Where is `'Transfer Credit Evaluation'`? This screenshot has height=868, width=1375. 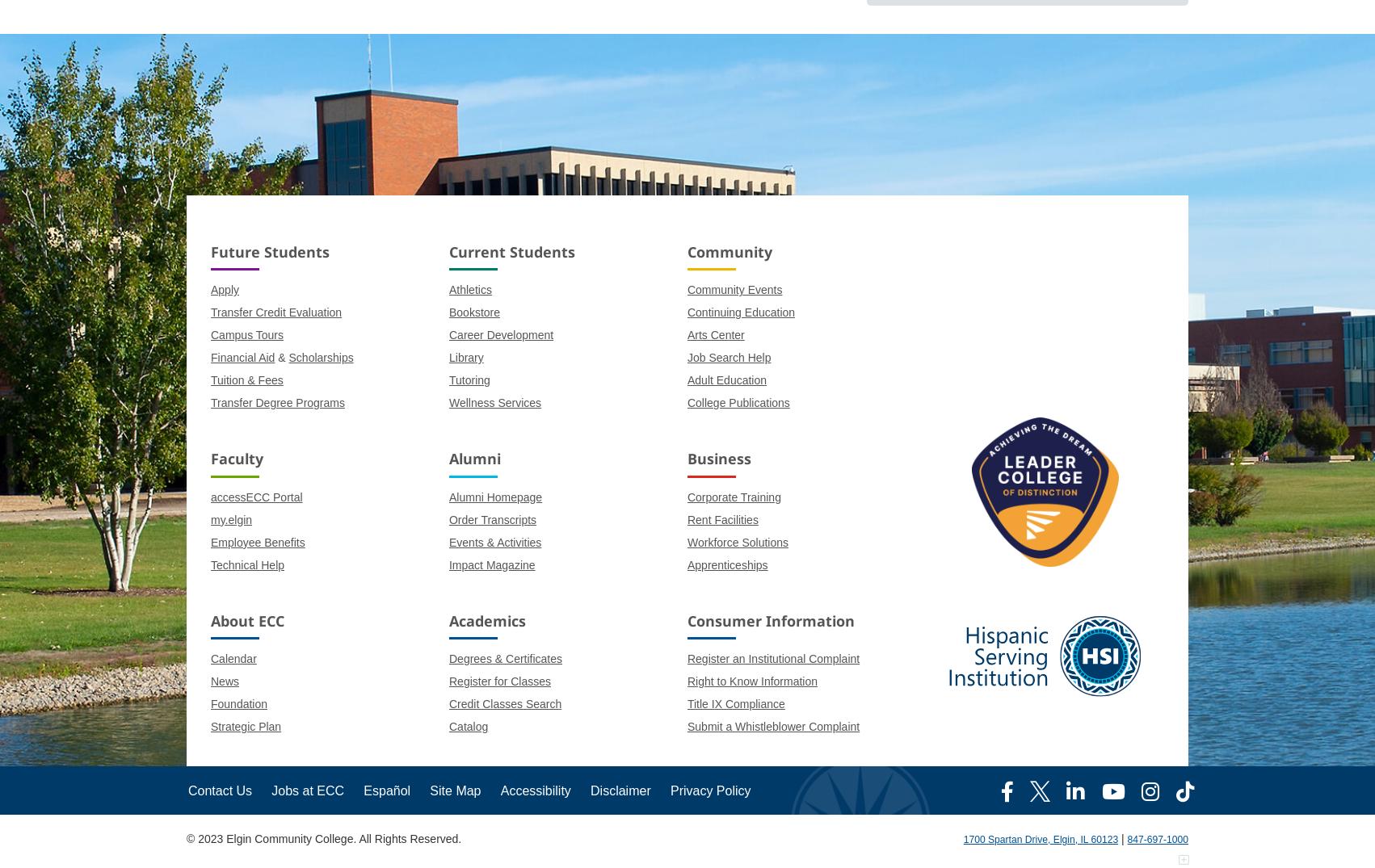 'Transfer Credit Evaluation' is located at coordinates (275, 312).